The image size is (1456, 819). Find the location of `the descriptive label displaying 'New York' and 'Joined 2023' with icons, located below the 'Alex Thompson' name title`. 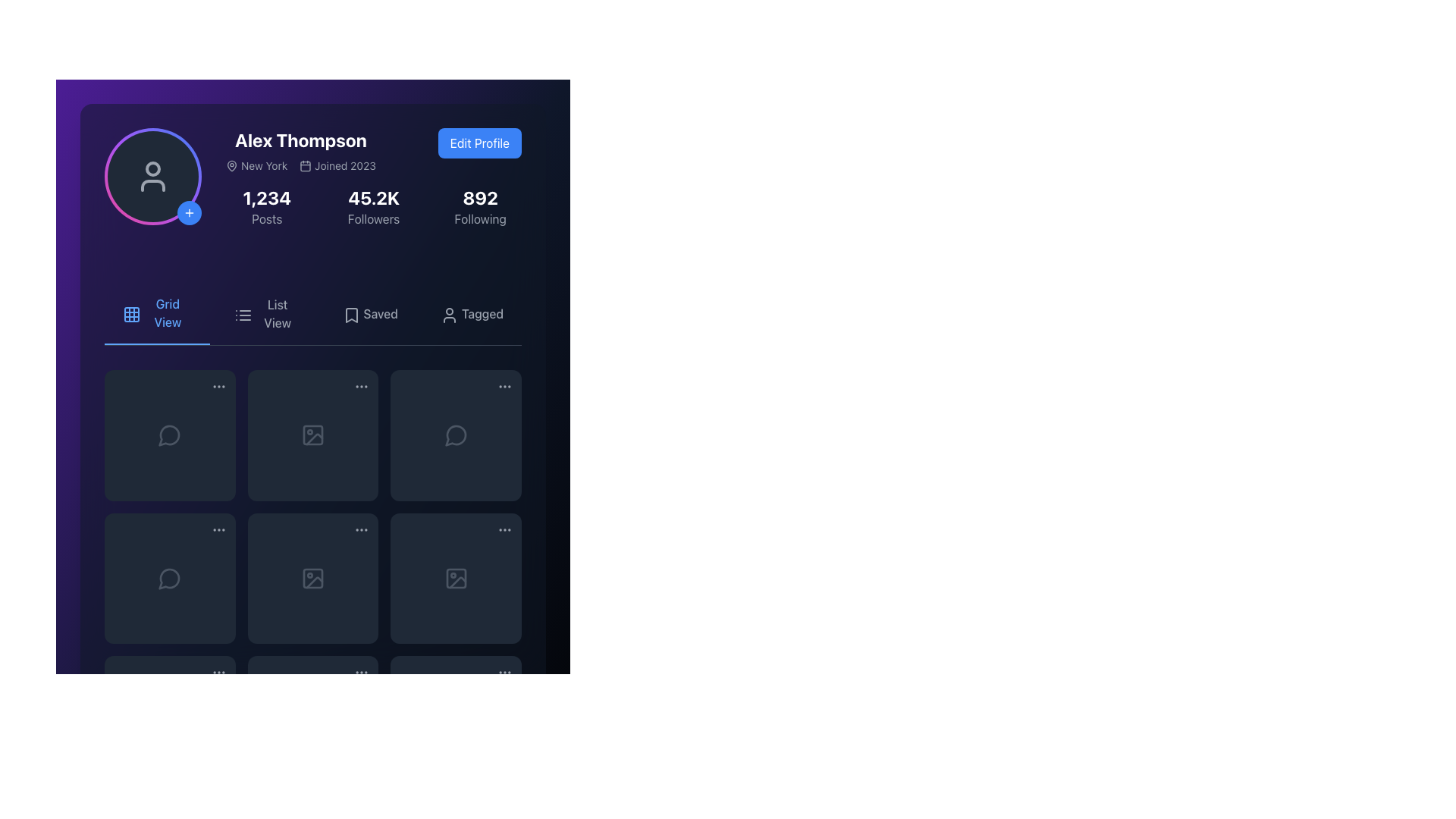

the descriptive label displaying 'New York' and 'Joined 2023' with icons, located below the 'Alex Thompson' name title is located at coordinates (301, 166).